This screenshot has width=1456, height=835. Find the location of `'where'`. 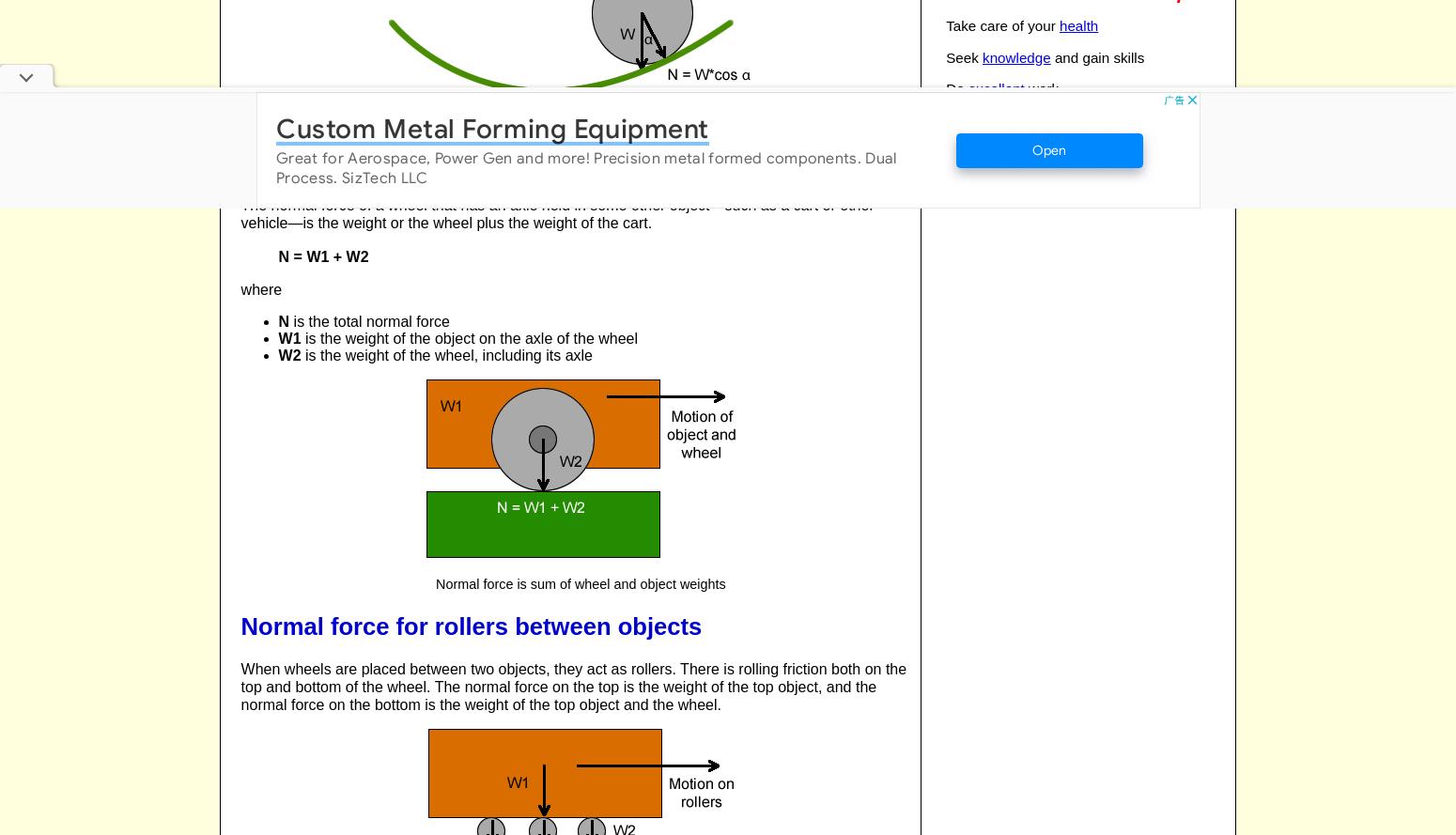

'where' is located at coordinates (261, 288).